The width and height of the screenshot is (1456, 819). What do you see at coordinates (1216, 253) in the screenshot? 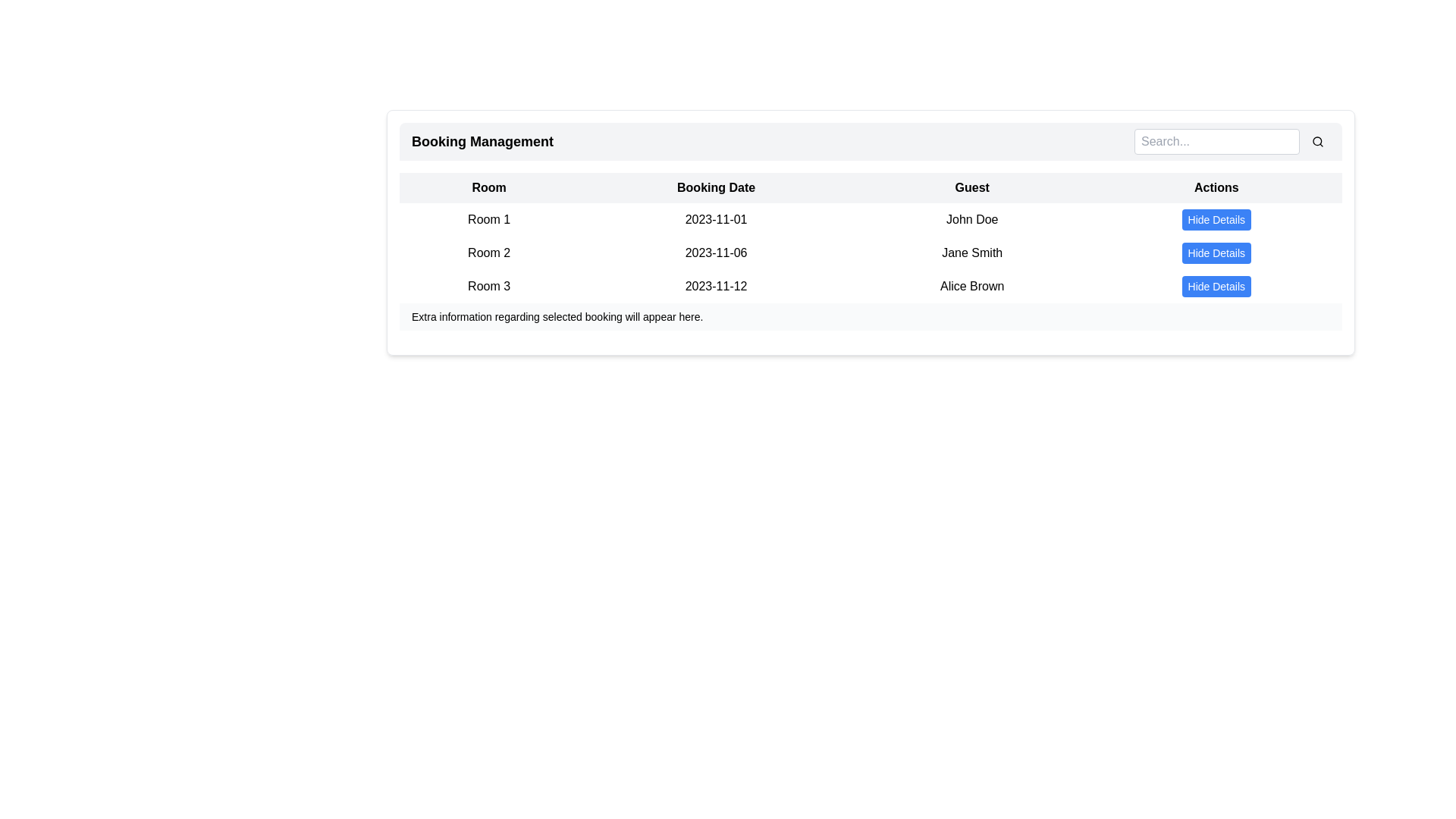
I see `the 'Hide Details' button located in the 'Actions' column for the guest 'Jane Smith' in the Booking Management interface, allowing for keyboard interaction` at bounding box center [1216, 253].